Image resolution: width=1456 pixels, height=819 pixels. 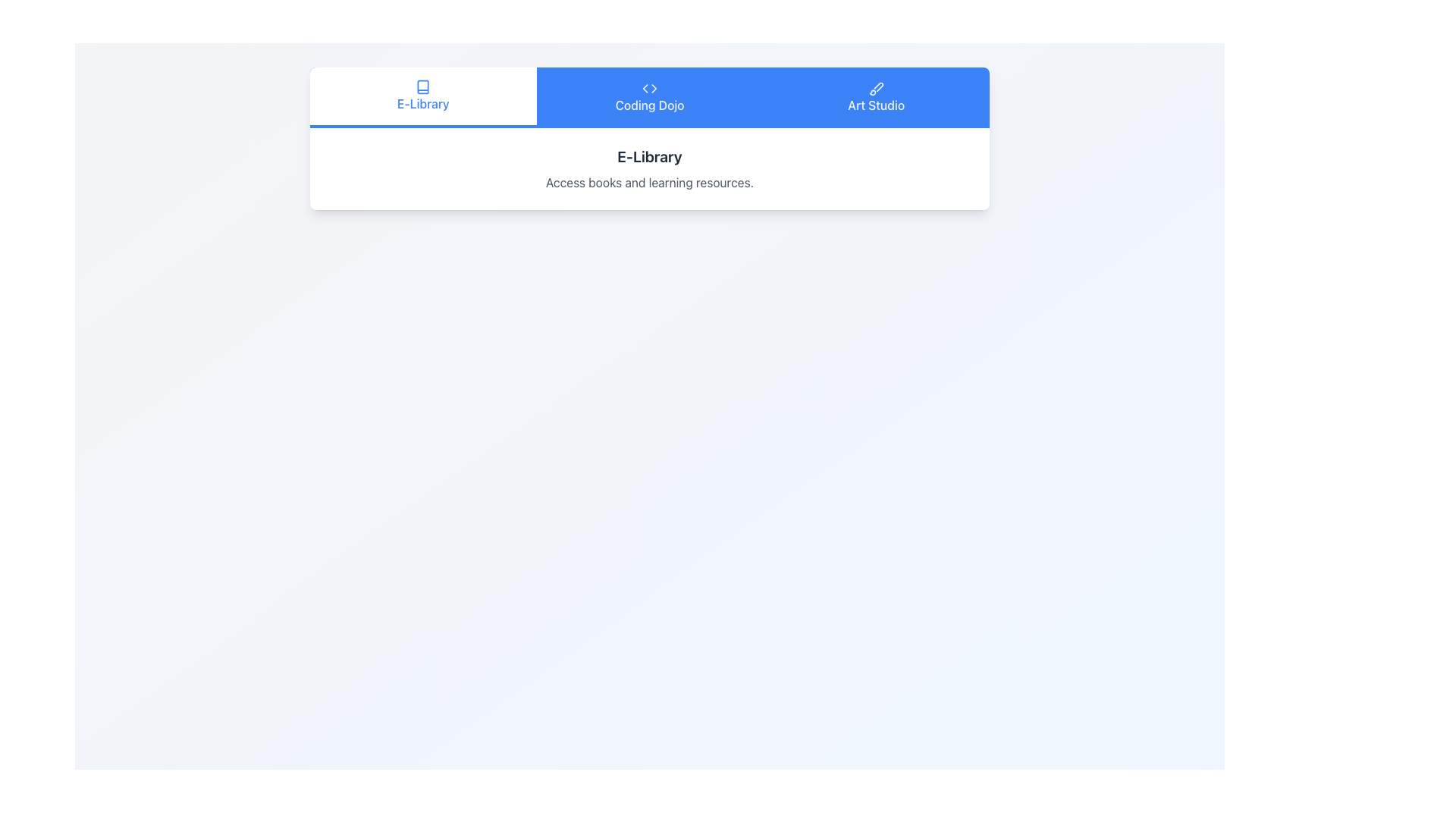 I want to click on the 'Coding Dojo' navigation tab located in the middle of a row of three tabs, so click(x=650, y=97).